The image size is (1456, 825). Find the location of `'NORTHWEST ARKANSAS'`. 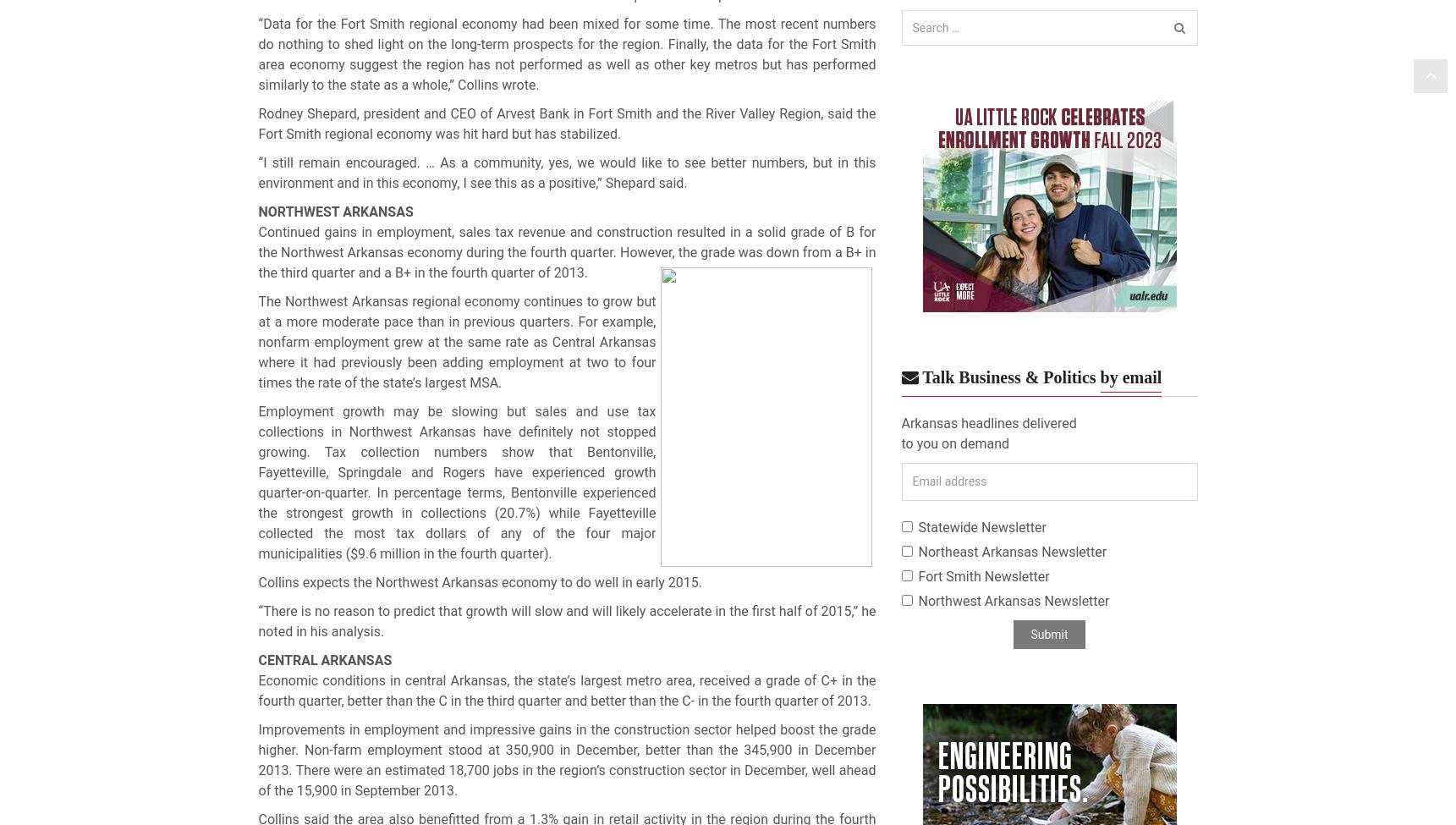

'NORTHWEST ARKANSAS' is located at coordinates (256, 212).